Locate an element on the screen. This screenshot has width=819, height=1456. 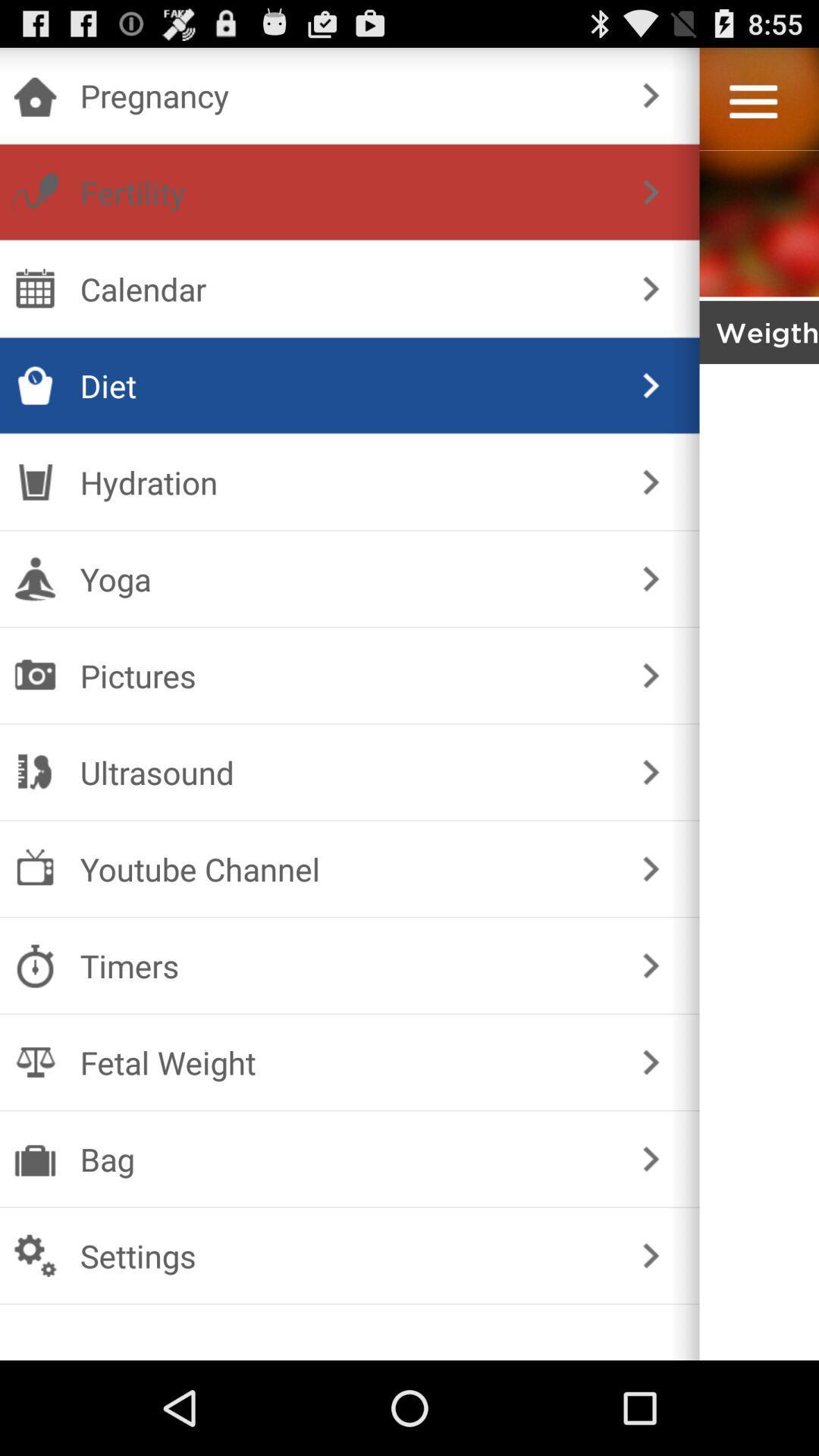
the item below the pregnancy item is located at coordinates (650, 191).